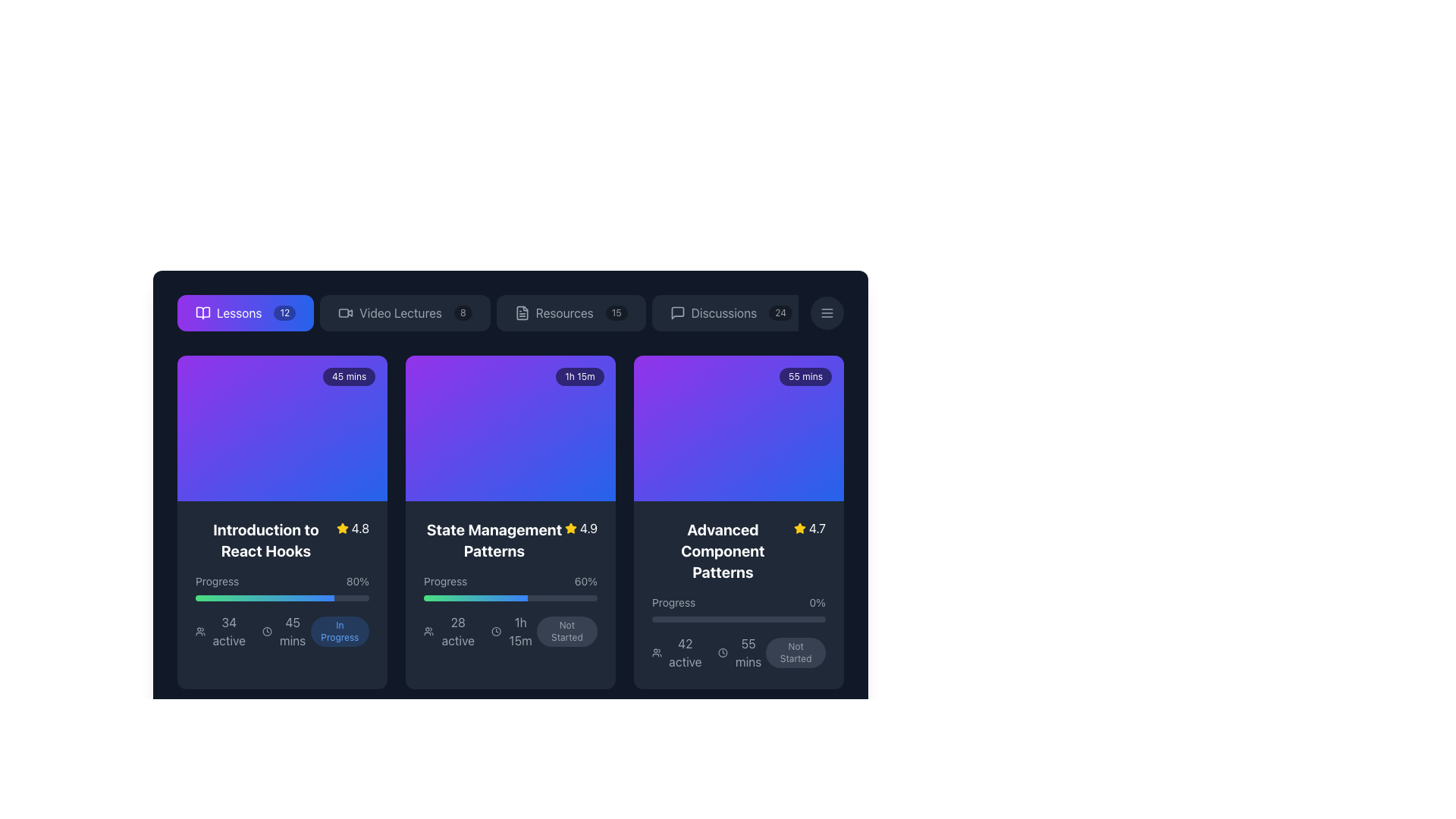 The height and width of the screenshot is (819, 1456). What do you see at coordinates (268, 598) in the screenshot?
I see `the progress bar` at bounding box center [268, 598].